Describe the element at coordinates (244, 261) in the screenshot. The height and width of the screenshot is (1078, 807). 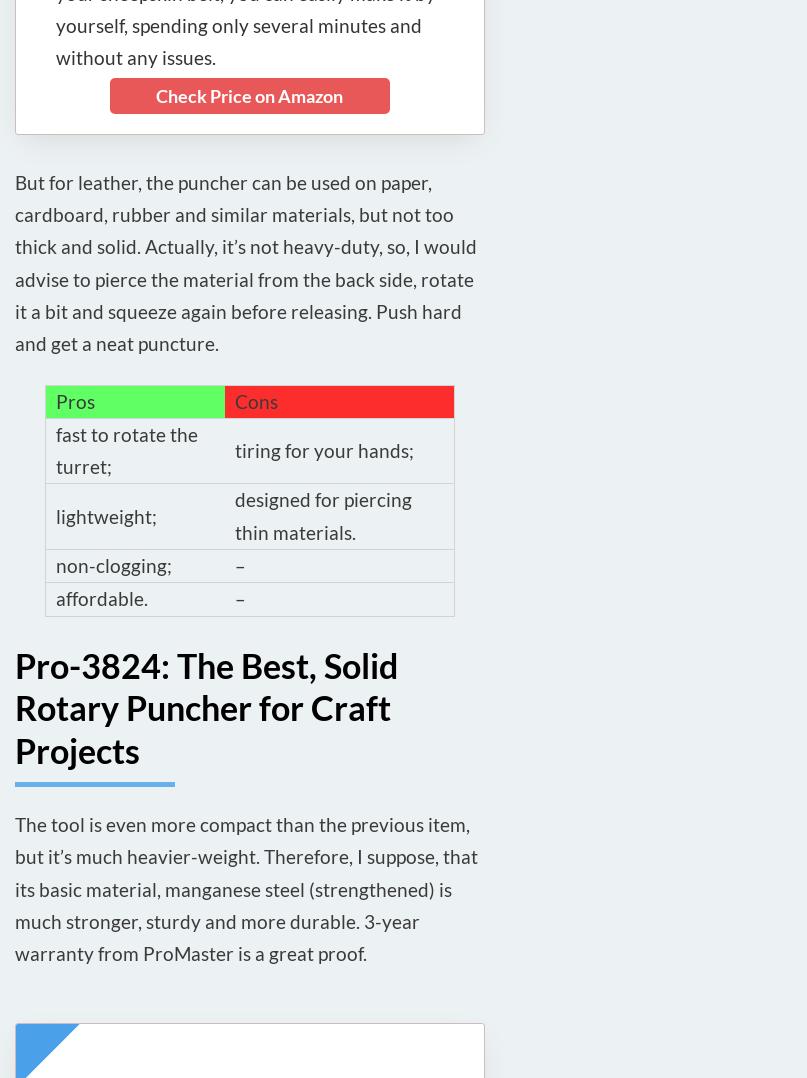
I see `'But for leather, the puncher can be used on paper, cardboard, rubber and similar materials, but not too thick and solid. Actually, it’s not heavy-duty, so, I would advise to pierce the material from the back side, rotate it a bit and squeeze again before releasing. Push hard and get a neat puncture.'` at that location.